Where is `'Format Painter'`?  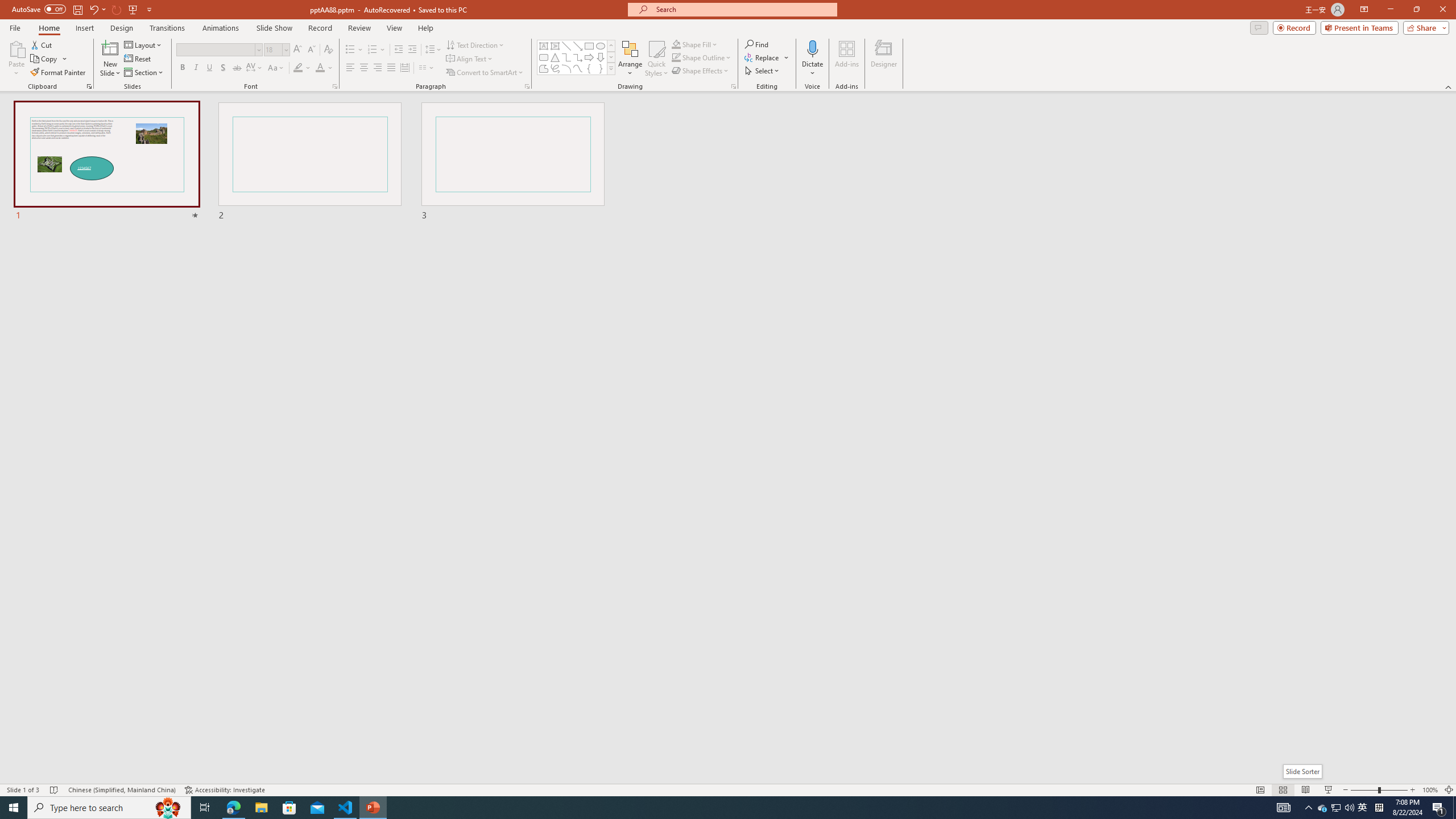 'Format Painter' is located at coordinates (58, 72).